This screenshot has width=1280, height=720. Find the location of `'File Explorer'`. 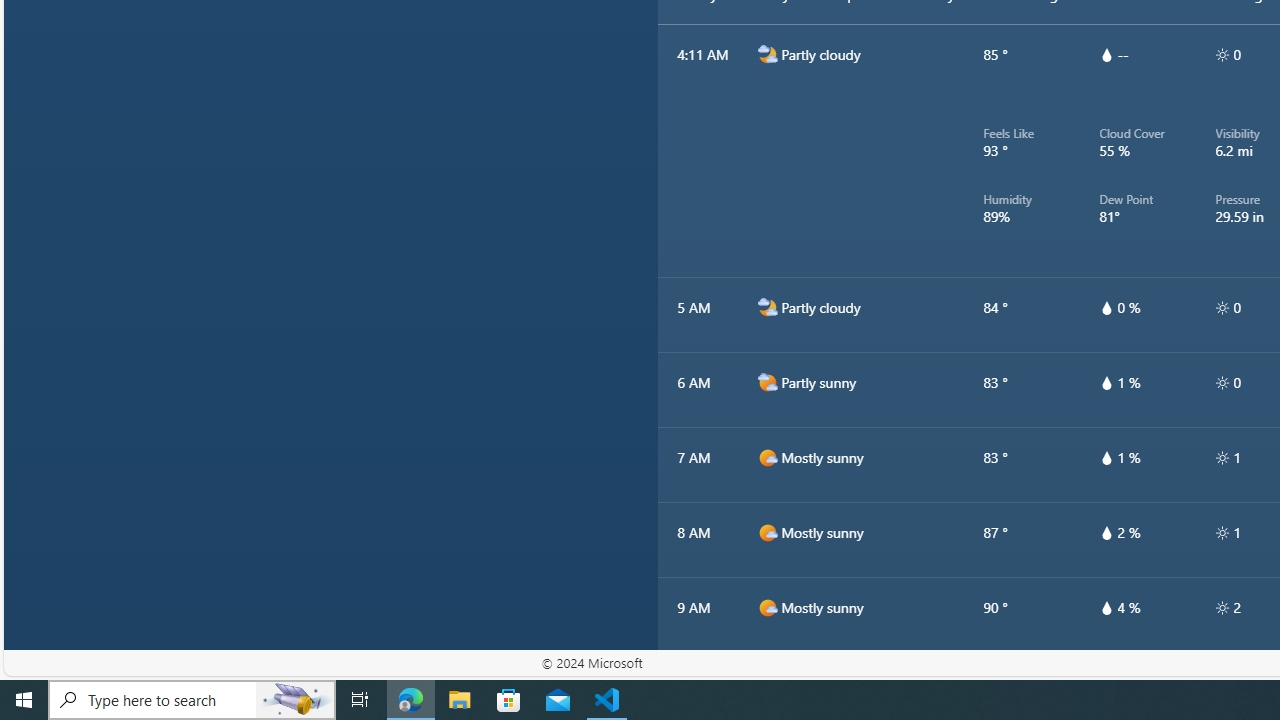

'File Explorer' is located at coordinates (459, 698).